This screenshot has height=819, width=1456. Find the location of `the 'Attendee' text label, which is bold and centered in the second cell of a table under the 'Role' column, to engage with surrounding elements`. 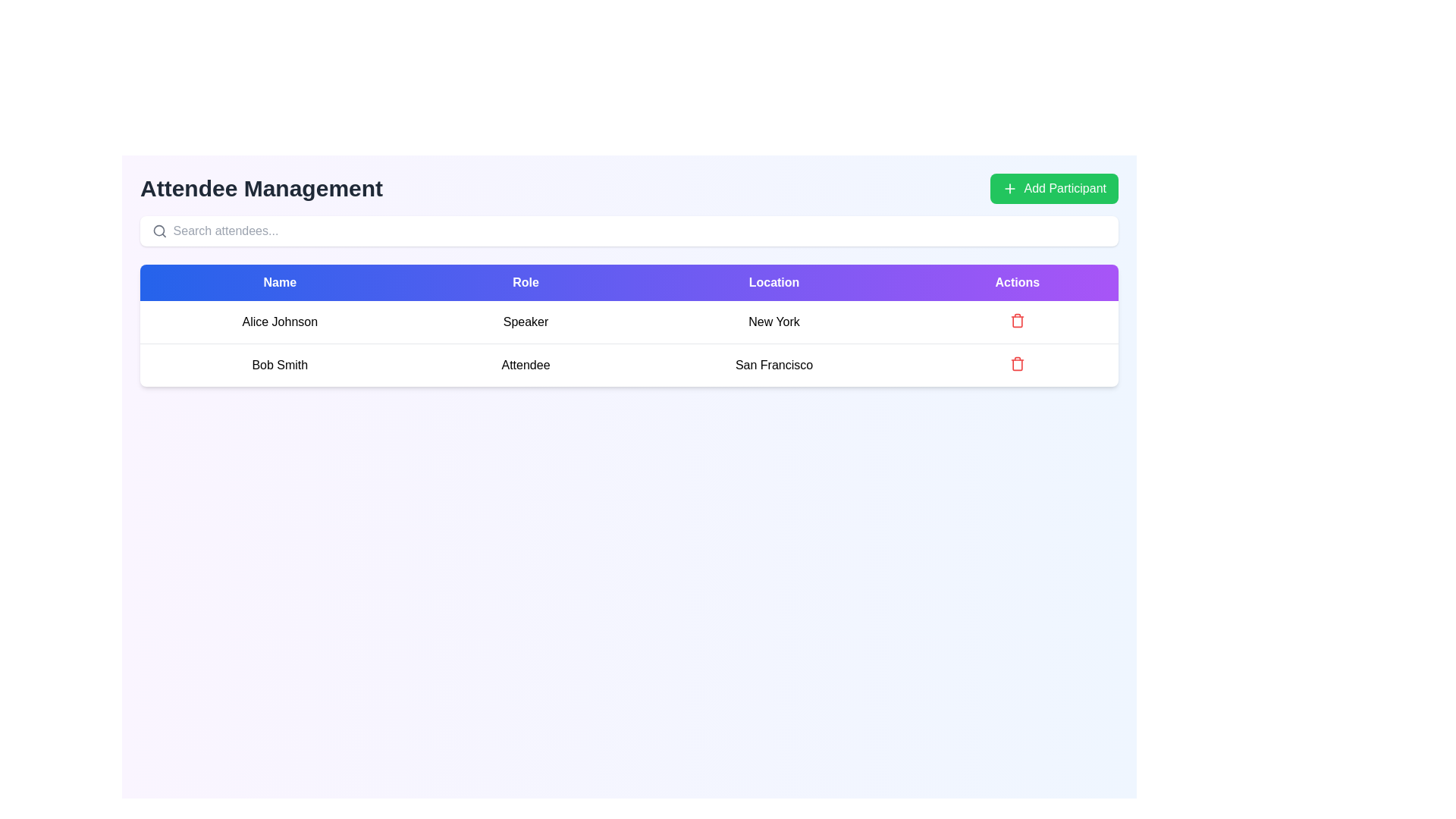

the 'Attendee' text label, which is bold and centered in the second cell of a table under the 'Role' column, to engage with surrounding elements is located at coordinates (526, 365).